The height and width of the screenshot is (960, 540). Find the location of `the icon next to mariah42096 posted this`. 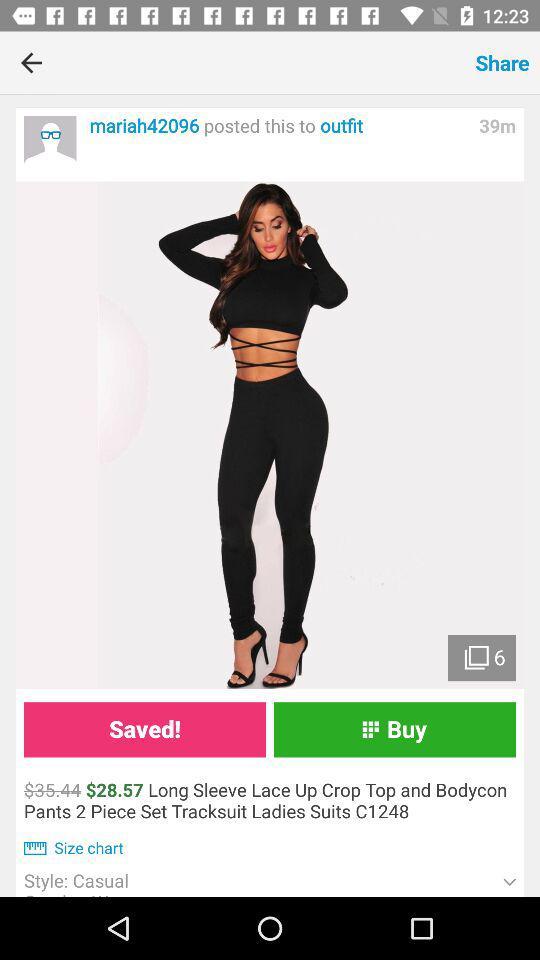

the icon next to mariah42096 posted this is located at coordinates (50, 141).